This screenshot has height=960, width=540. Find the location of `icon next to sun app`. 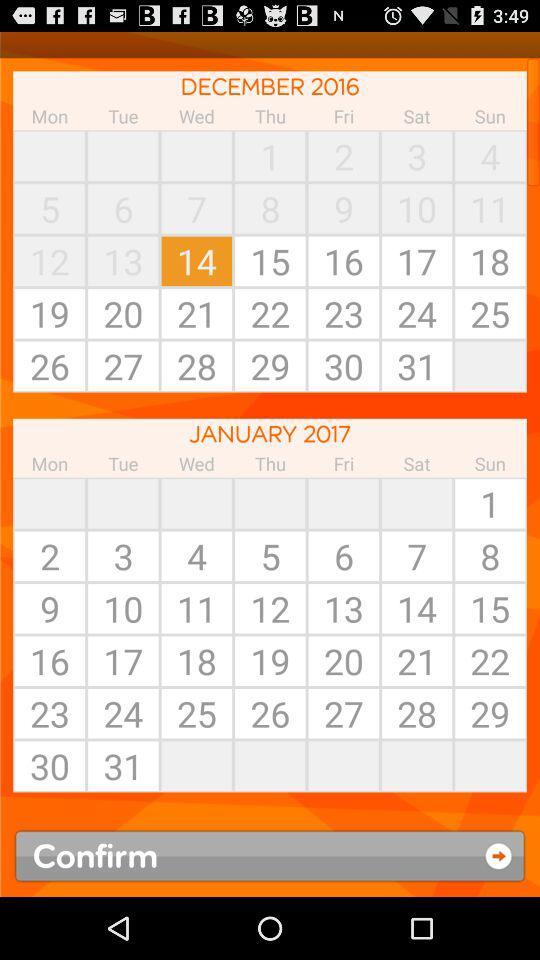

icon next to sun app is located at coordinates (416, 502).